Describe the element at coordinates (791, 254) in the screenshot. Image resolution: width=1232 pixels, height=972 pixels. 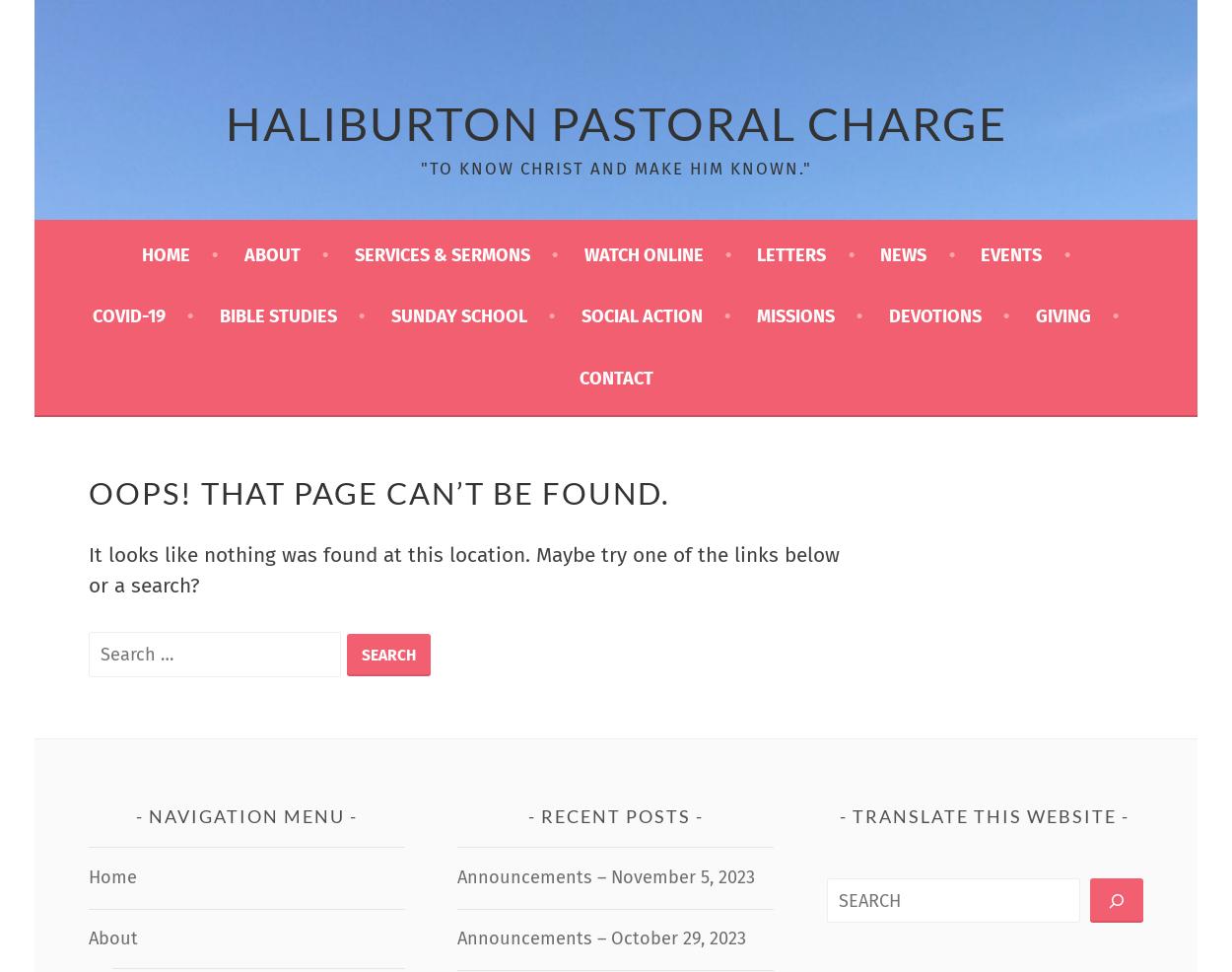
I see `'Letters'` at that location.